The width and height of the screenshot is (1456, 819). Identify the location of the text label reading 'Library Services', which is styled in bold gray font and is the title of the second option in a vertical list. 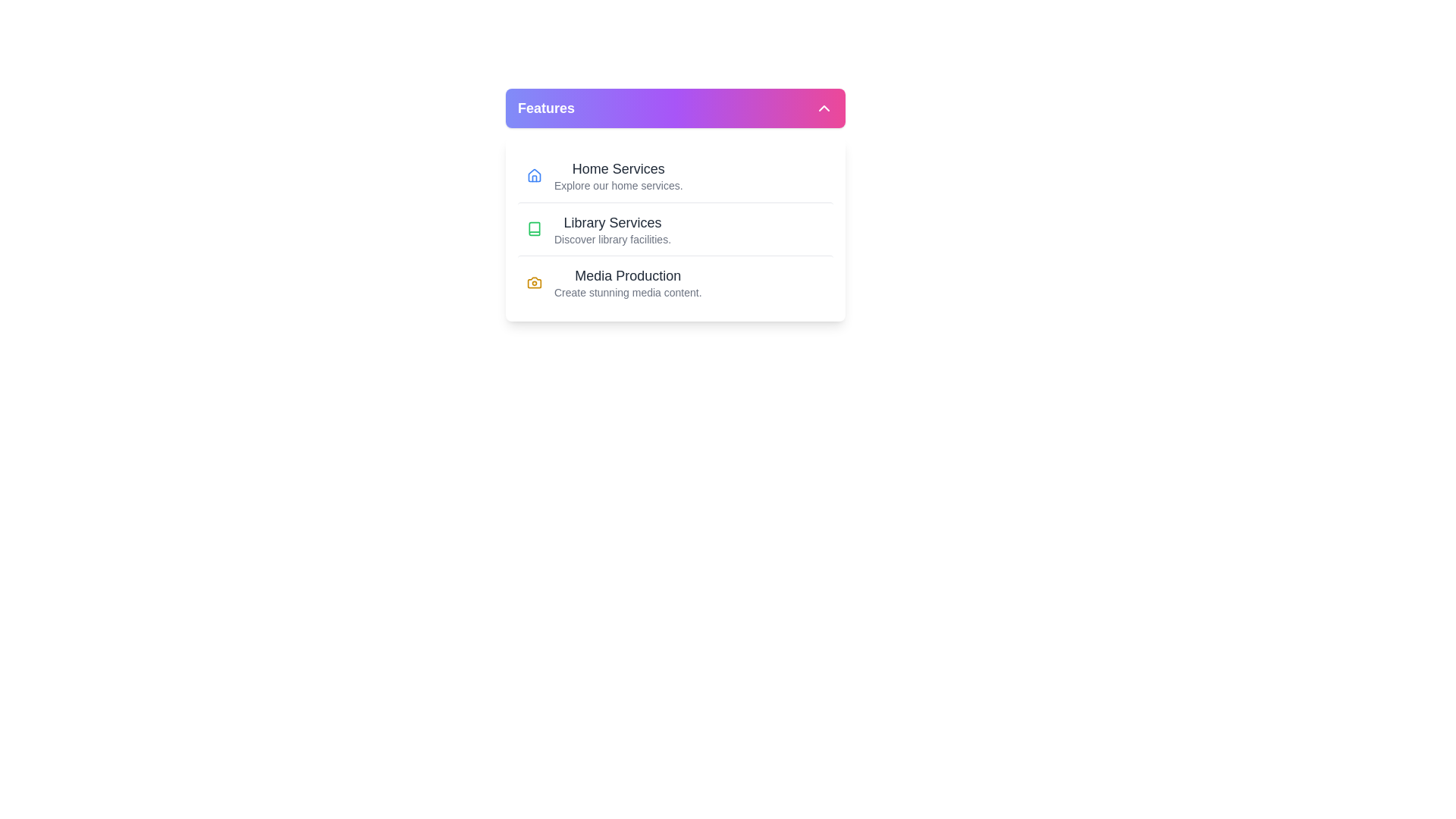
(612, 222).